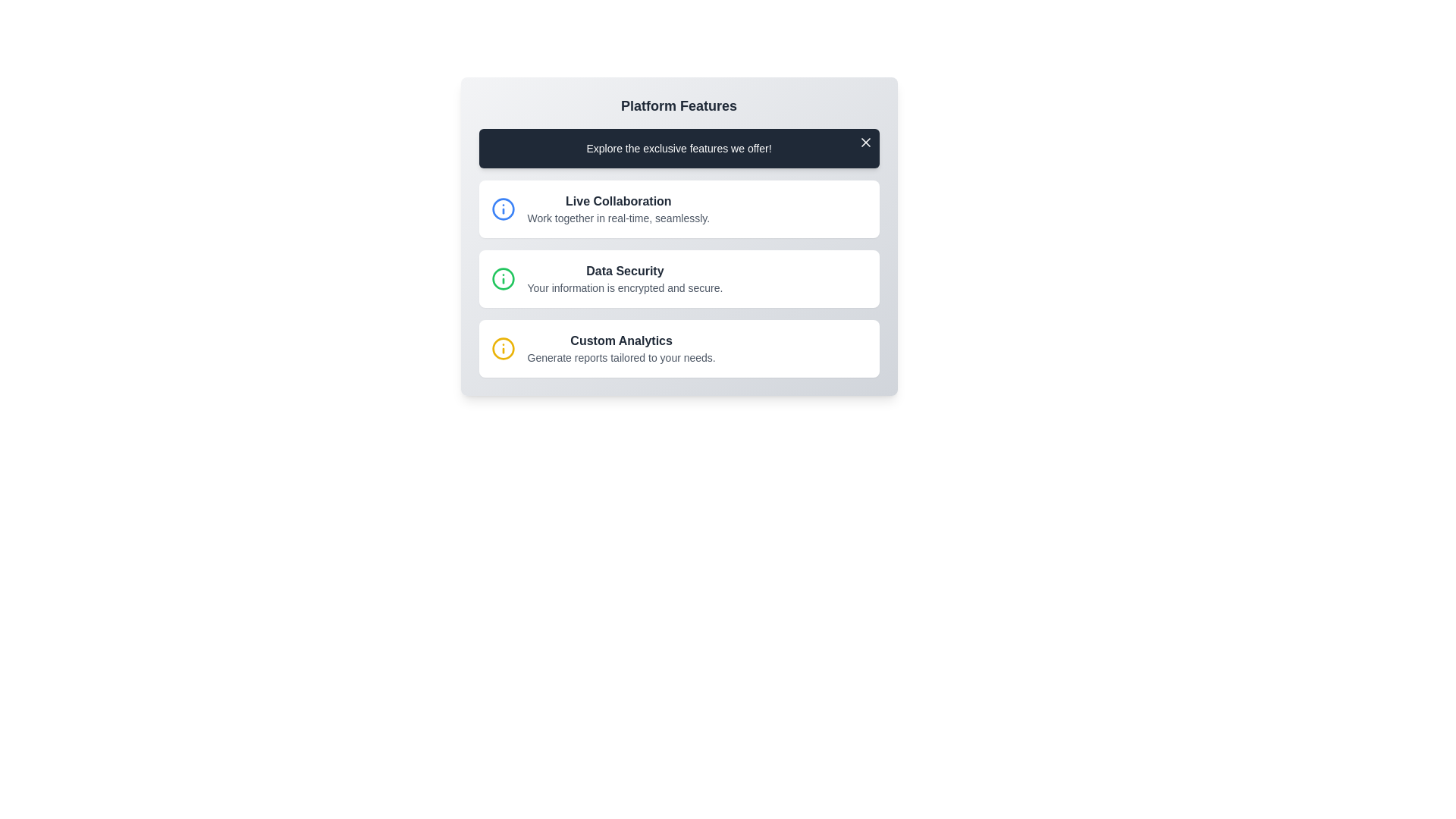  I want to click on the SVG circle element that serves as the outer border of the graphical icon located to the left of the 'Data Security' label in the vertical list of features, so click(503, 209).